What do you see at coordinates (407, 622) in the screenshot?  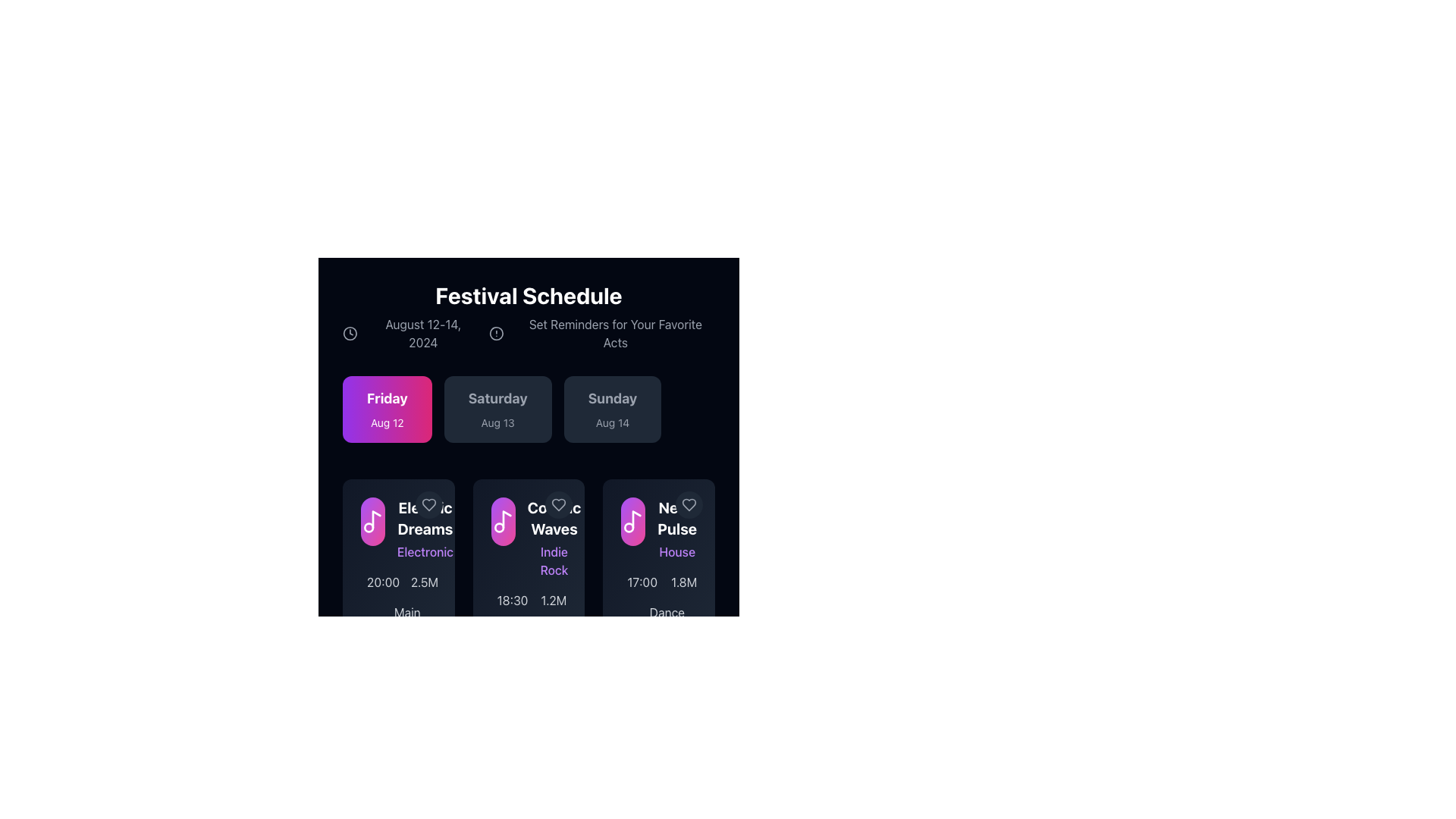 I see `the text label indicating the name or designation of a specific location within the event schedule interface` at bounding box center [407, 622].